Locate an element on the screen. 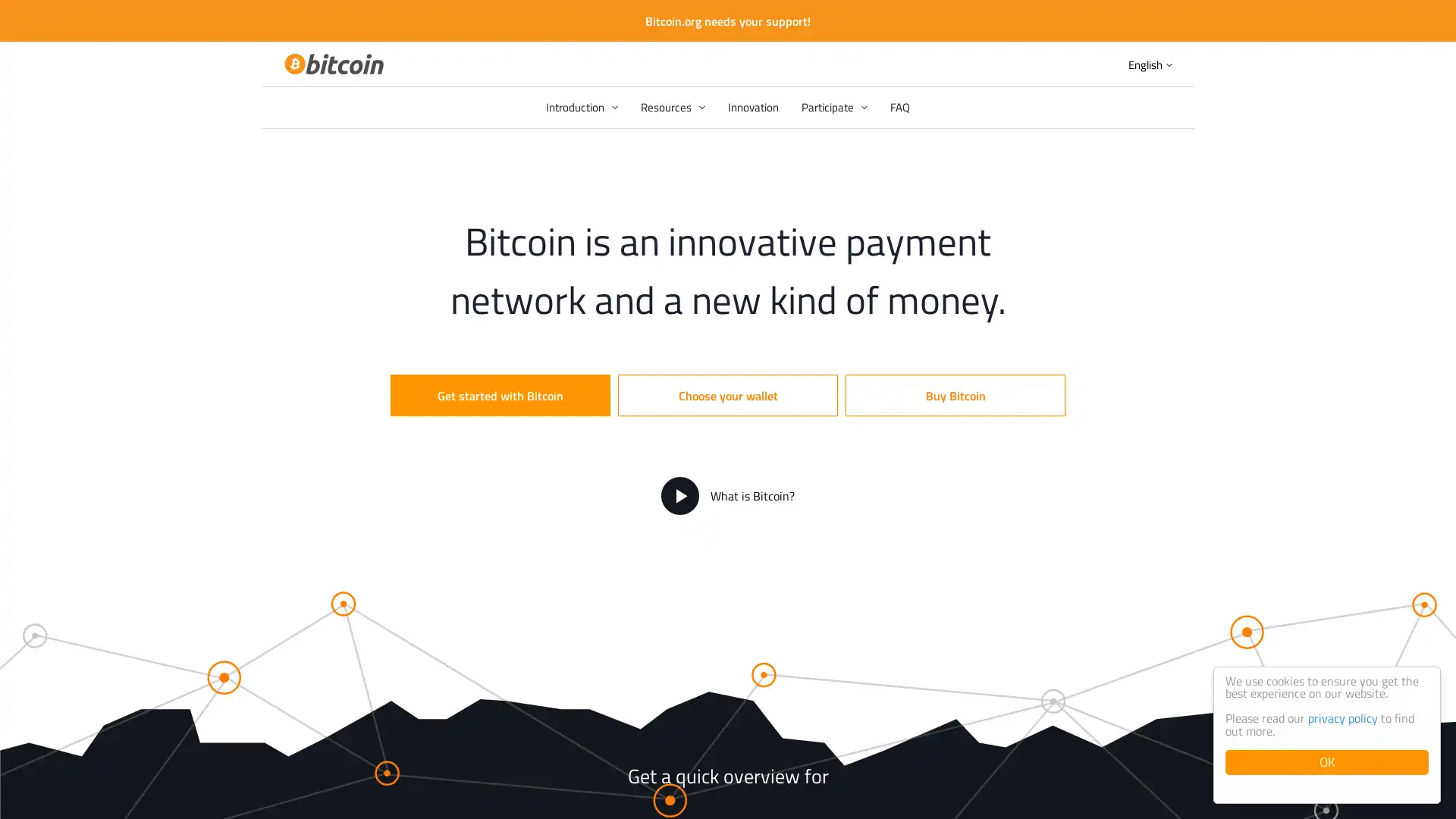  What is Bitcoin? is located at coordinates (728, 496).